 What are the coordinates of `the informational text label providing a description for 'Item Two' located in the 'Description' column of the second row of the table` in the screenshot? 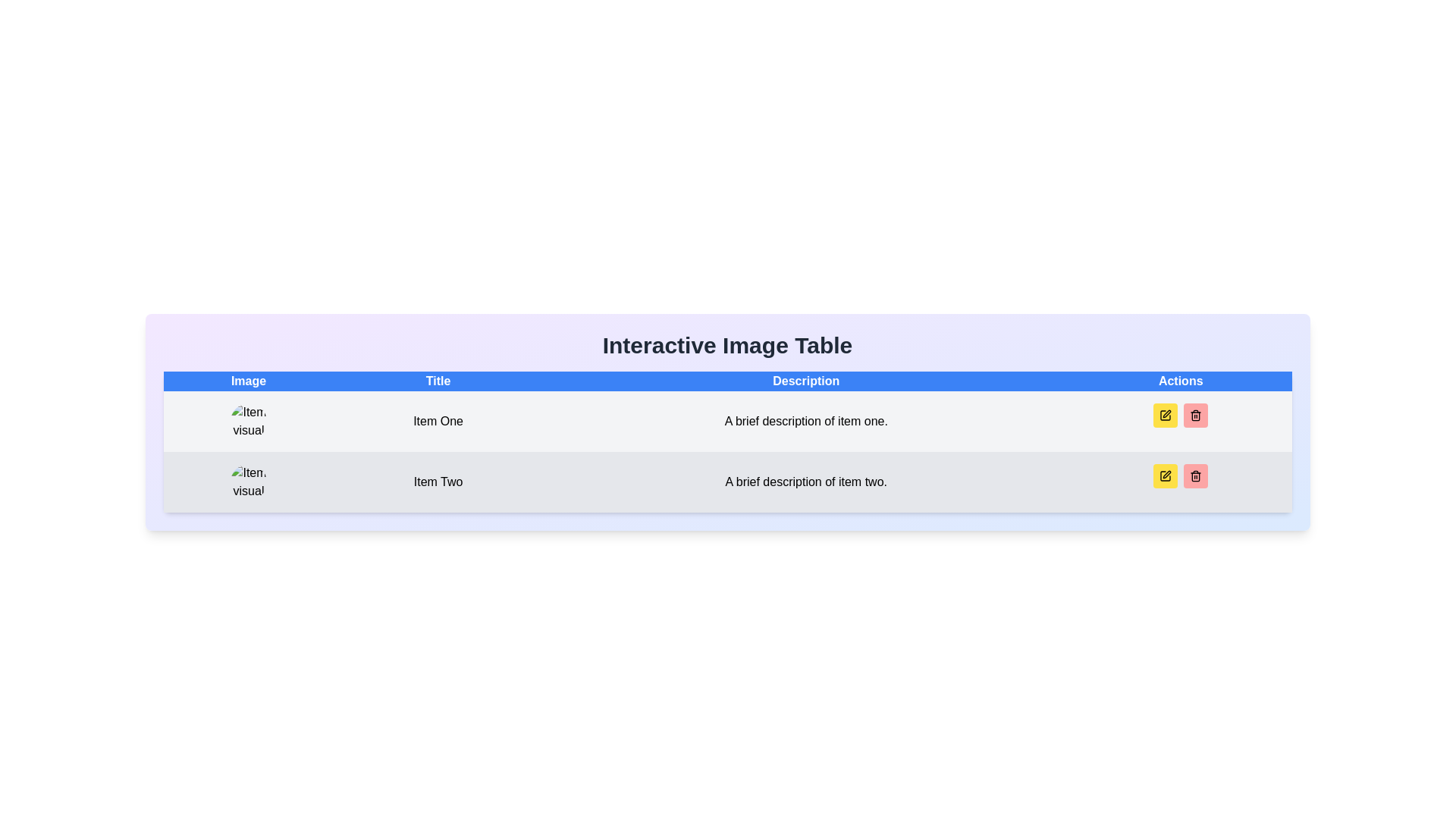 It's located at (805, 482).